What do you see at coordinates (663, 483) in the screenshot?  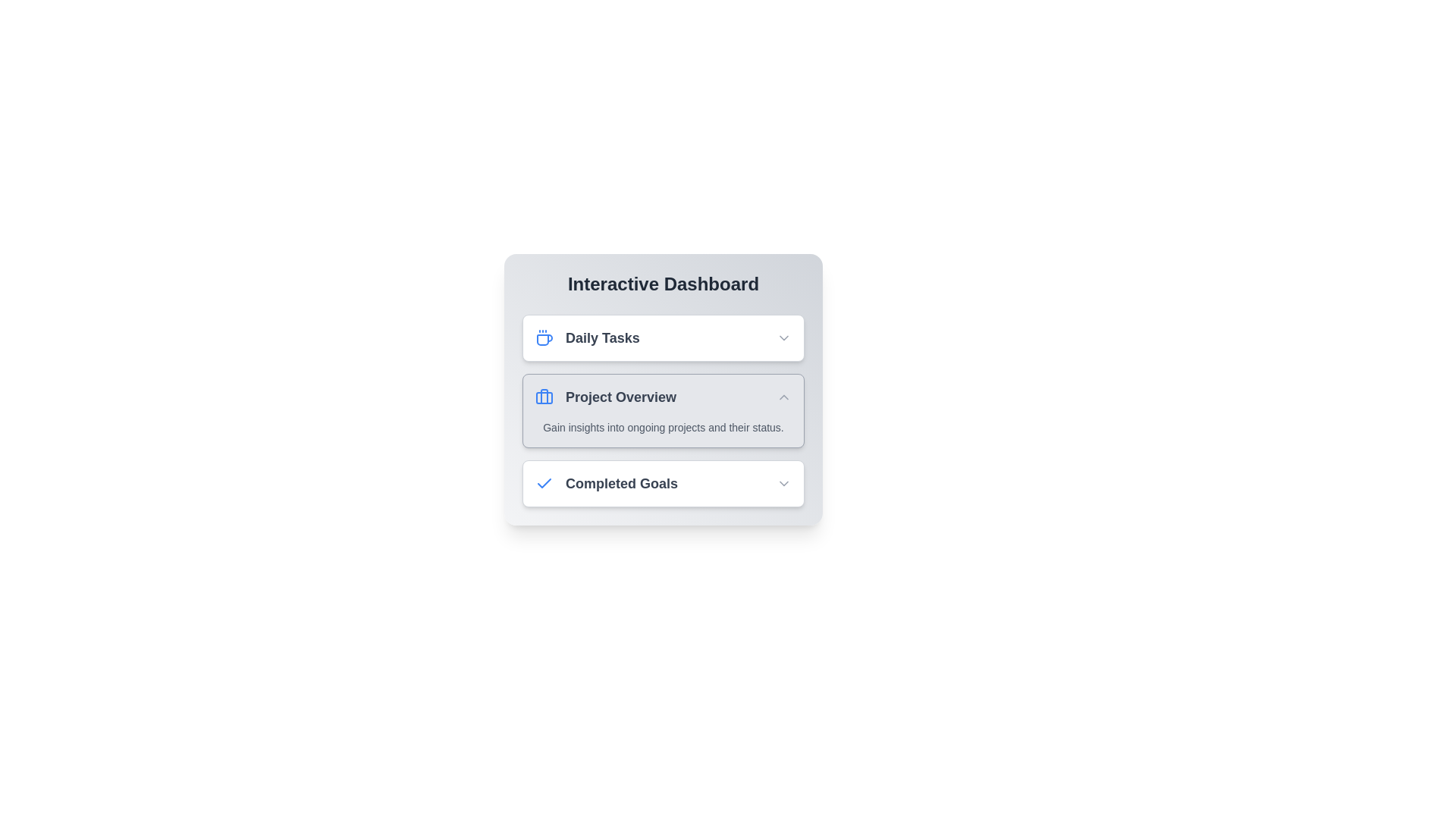 I see `the specified section of the dashboard: Completed Goals` at bounding box center [663, 483].